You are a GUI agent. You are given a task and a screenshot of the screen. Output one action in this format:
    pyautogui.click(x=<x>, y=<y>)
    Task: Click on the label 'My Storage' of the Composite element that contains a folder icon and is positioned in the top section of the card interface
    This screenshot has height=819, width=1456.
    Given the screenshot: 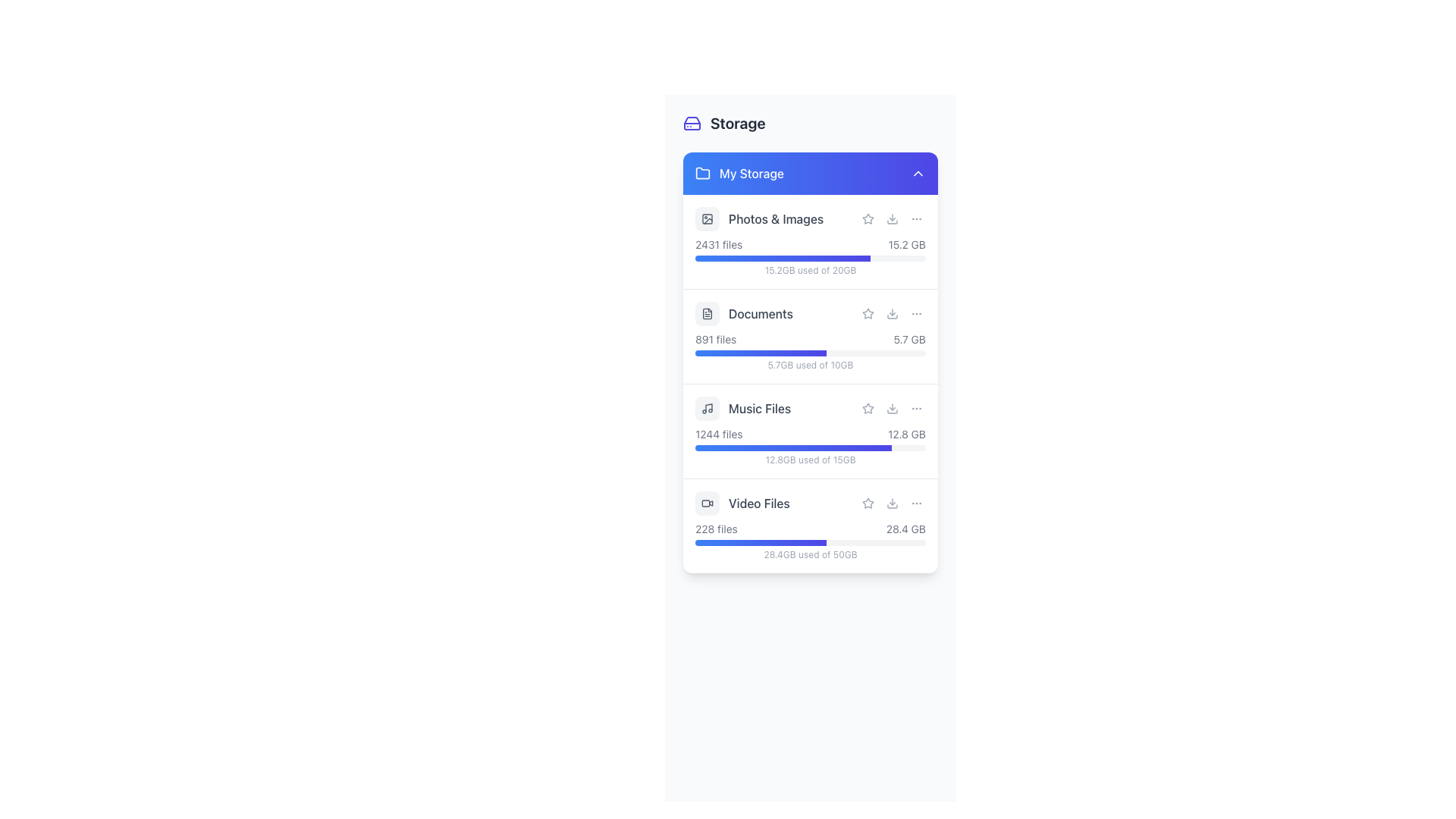 What is the action you would take?
    pyautogui.click(x=739, y=172)
    